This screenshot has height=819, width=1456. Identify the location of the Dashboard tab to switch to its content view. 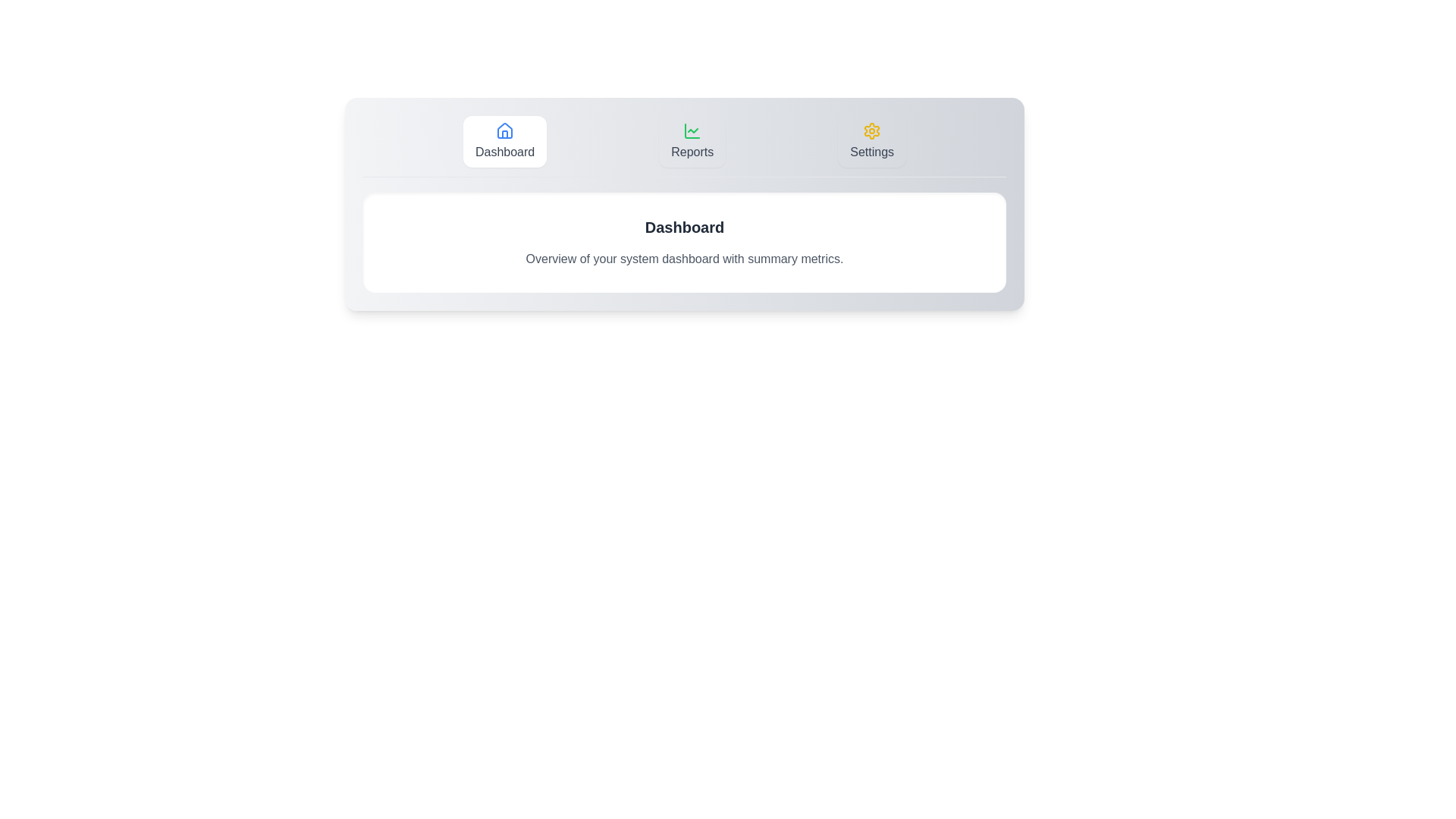
(505, 141).